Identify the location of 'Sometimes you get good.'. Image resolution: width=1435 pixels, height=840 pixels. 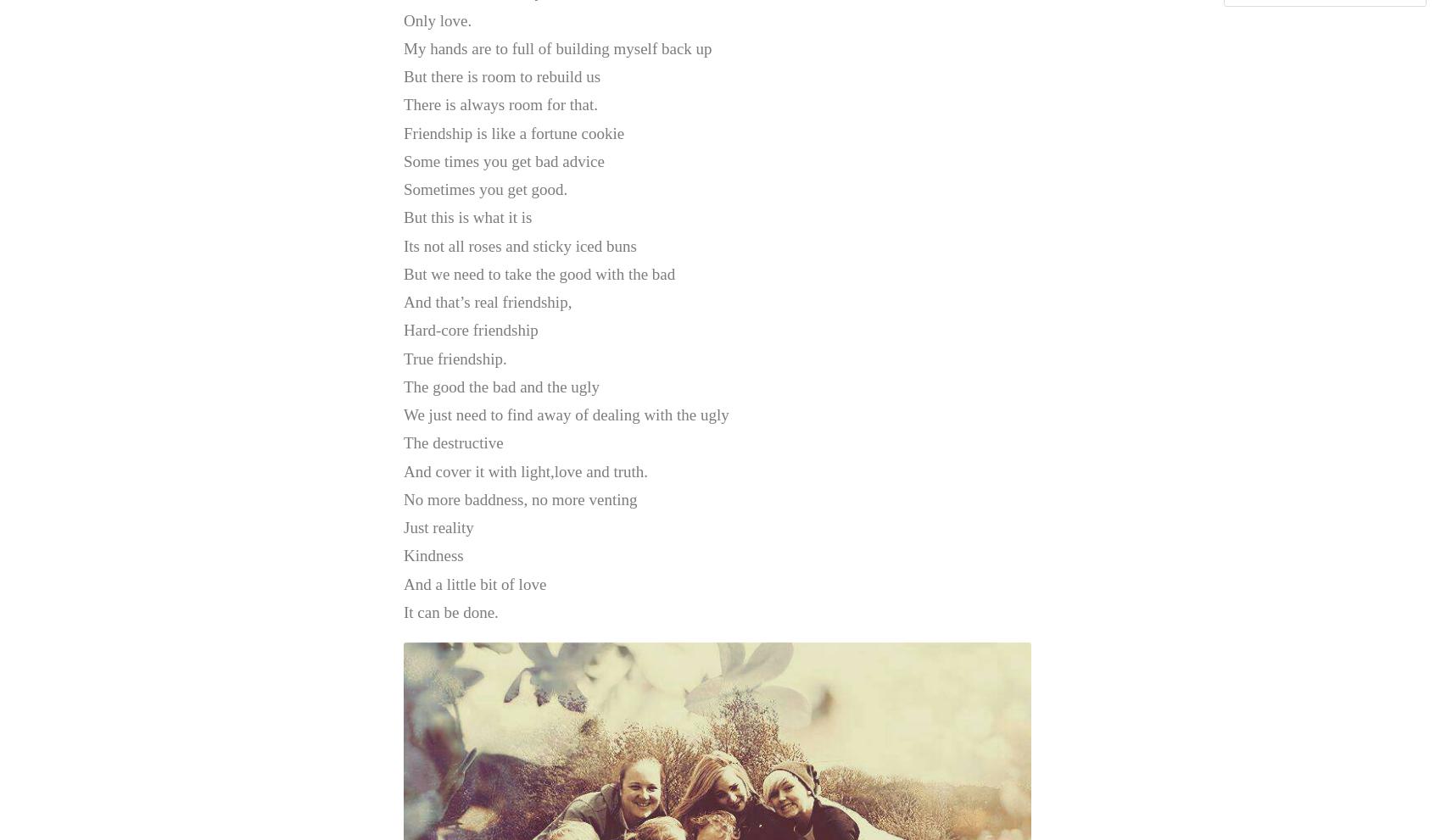
(484, 188).